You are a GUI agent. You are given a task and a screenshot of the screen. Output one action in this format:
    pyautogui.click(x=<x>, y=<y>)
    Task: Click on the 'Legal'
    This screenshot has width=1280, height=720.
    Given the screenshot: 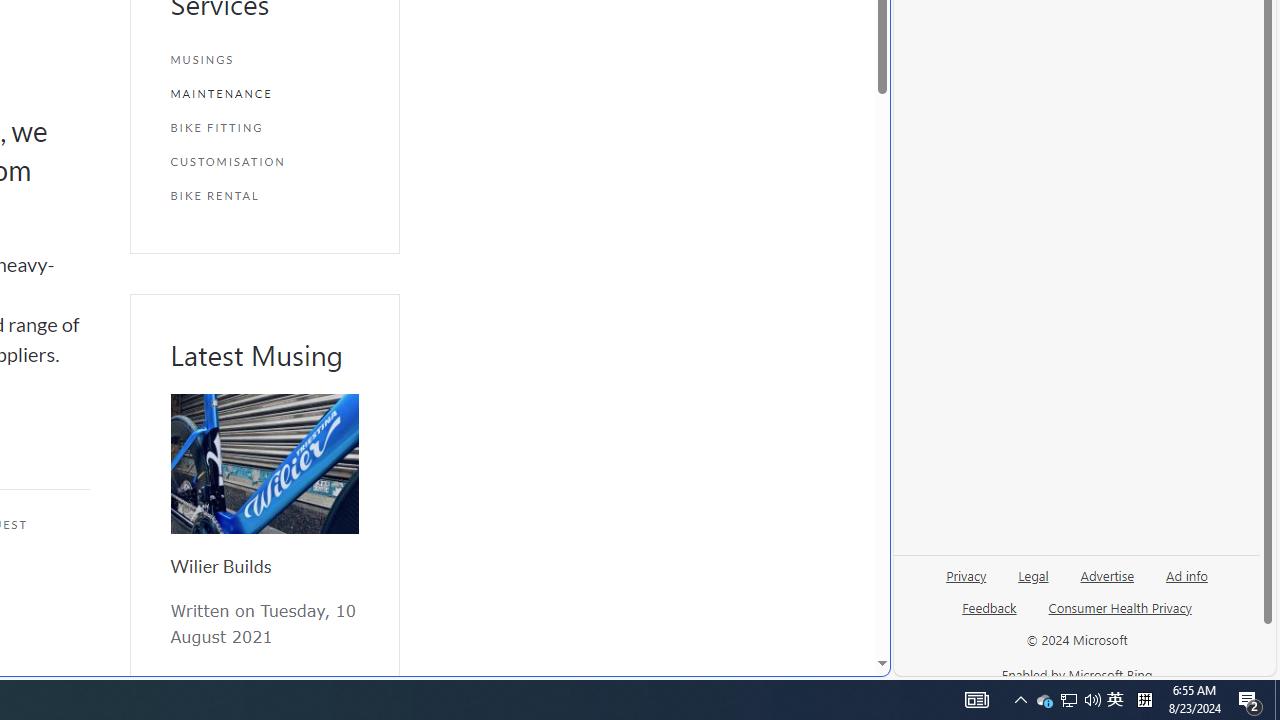 What is the action you would take?
    pyautogui.click(x=1033, y=574)
    